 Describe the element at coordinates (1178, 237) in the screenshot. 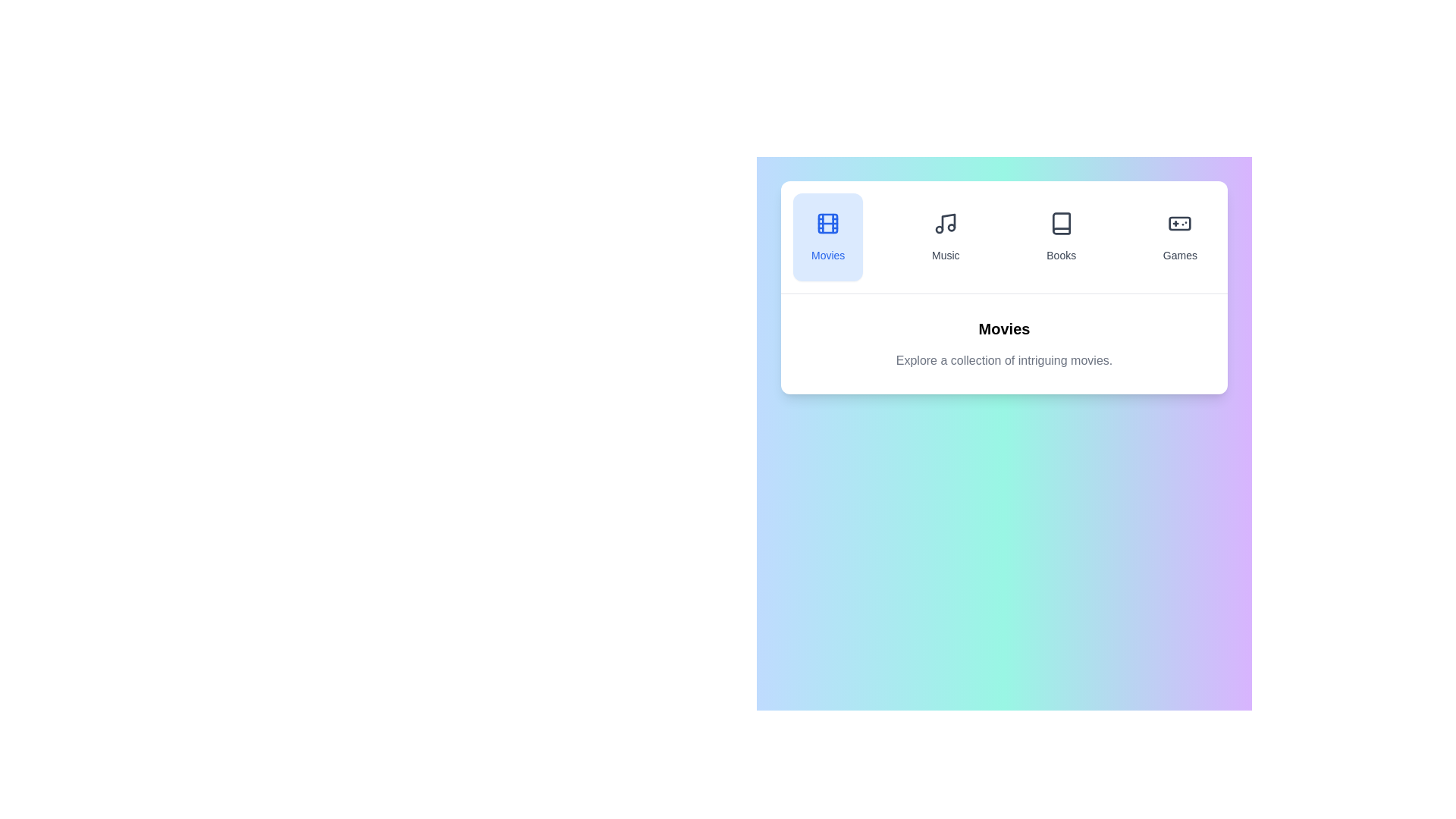

I see `the Games tab to switch to the respective entertainment category` at that location.